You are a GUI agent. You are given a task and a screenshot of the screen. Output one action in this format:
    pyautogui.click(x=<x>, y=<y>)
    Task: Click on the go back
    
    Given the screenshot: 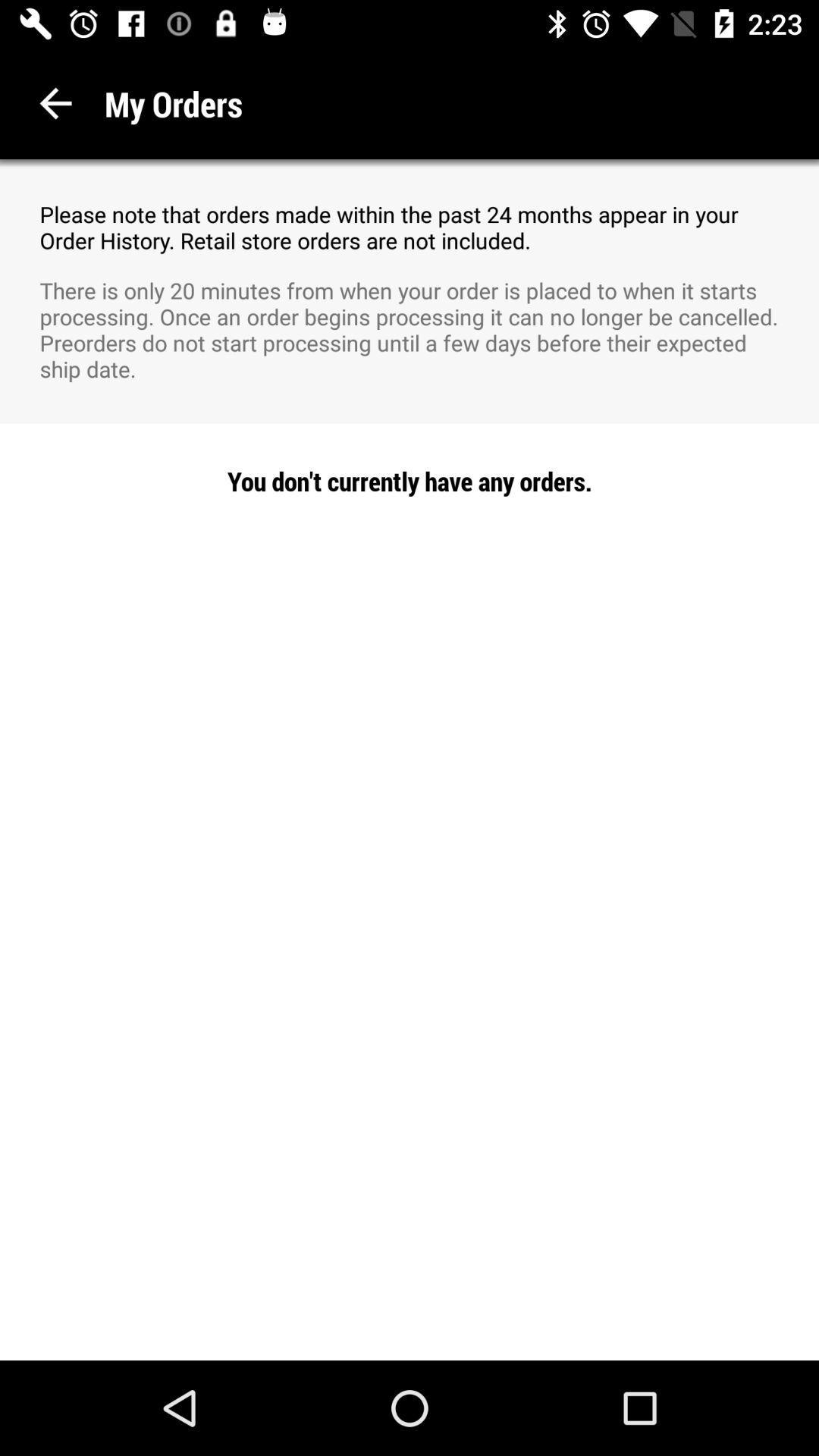 What is the action you would take?
    pyautogui.click(x=55, y=102)
    